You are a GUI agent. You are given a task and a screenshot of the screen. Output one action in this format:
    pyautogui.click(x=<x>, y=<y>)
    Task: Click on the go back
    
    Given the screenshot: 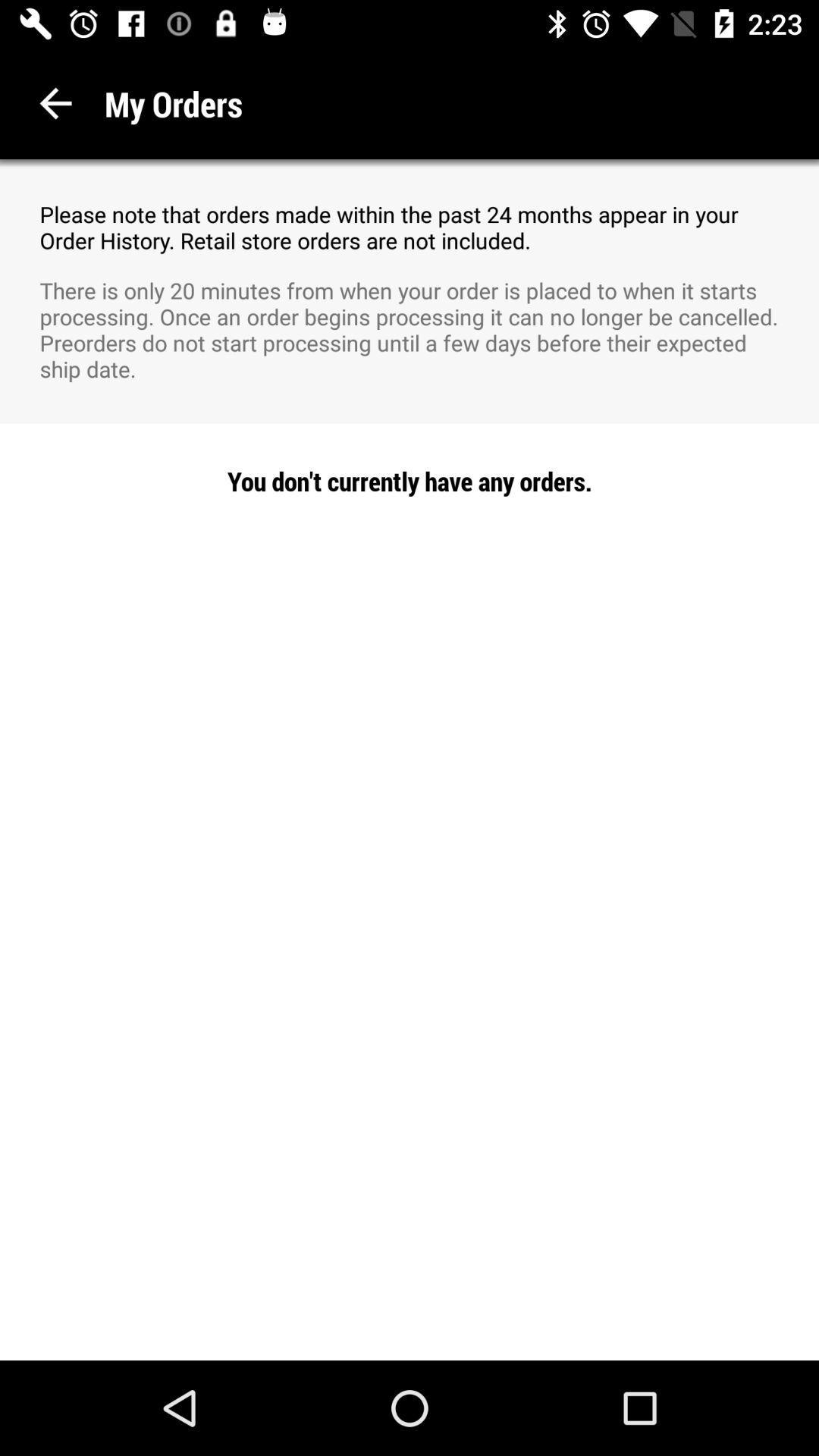 What is the action you would take?
    pyautogui.click(x=55, y=102)
    